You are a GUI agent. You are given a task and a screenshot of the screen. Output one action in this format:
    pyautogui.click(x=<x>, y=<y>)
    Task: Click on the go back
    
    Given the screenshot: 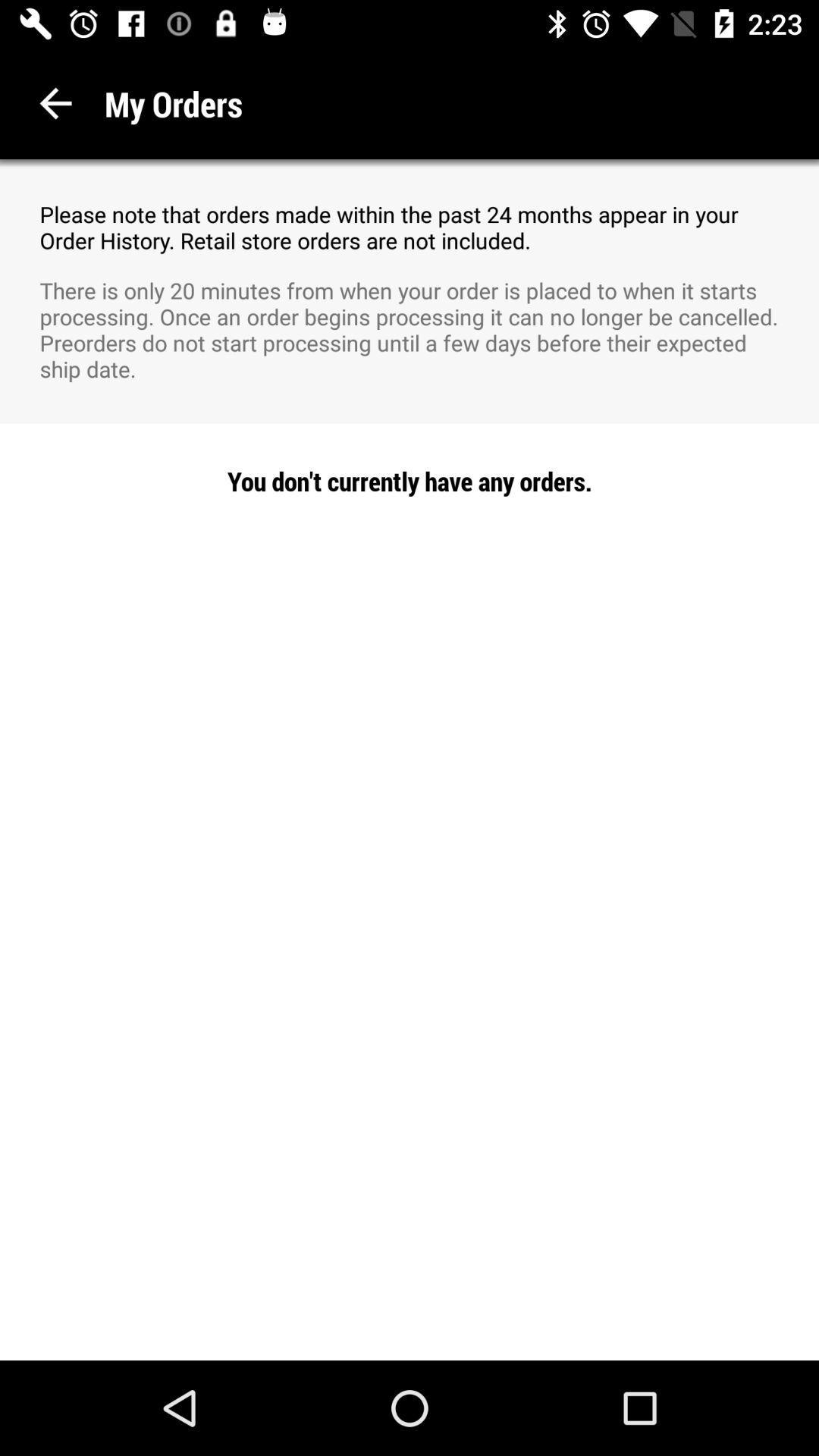 What is the action you would take?
    pyautogui.click(x=55, y=102)
    